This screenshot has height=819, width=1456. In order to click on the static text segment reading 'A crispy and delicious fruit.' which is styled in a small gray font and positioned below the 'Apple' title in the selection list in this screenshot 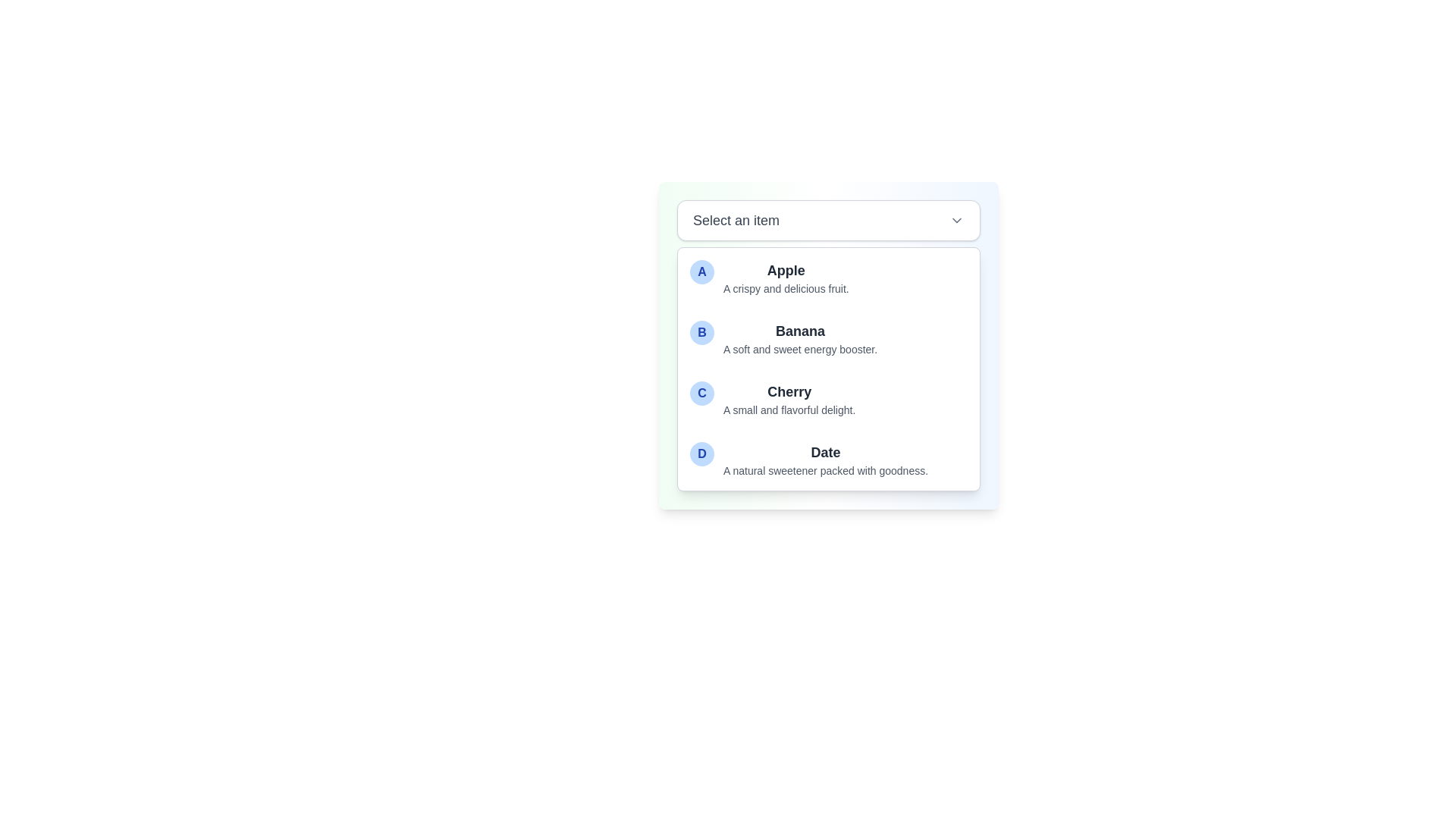, I will do `click(786, 289)`.